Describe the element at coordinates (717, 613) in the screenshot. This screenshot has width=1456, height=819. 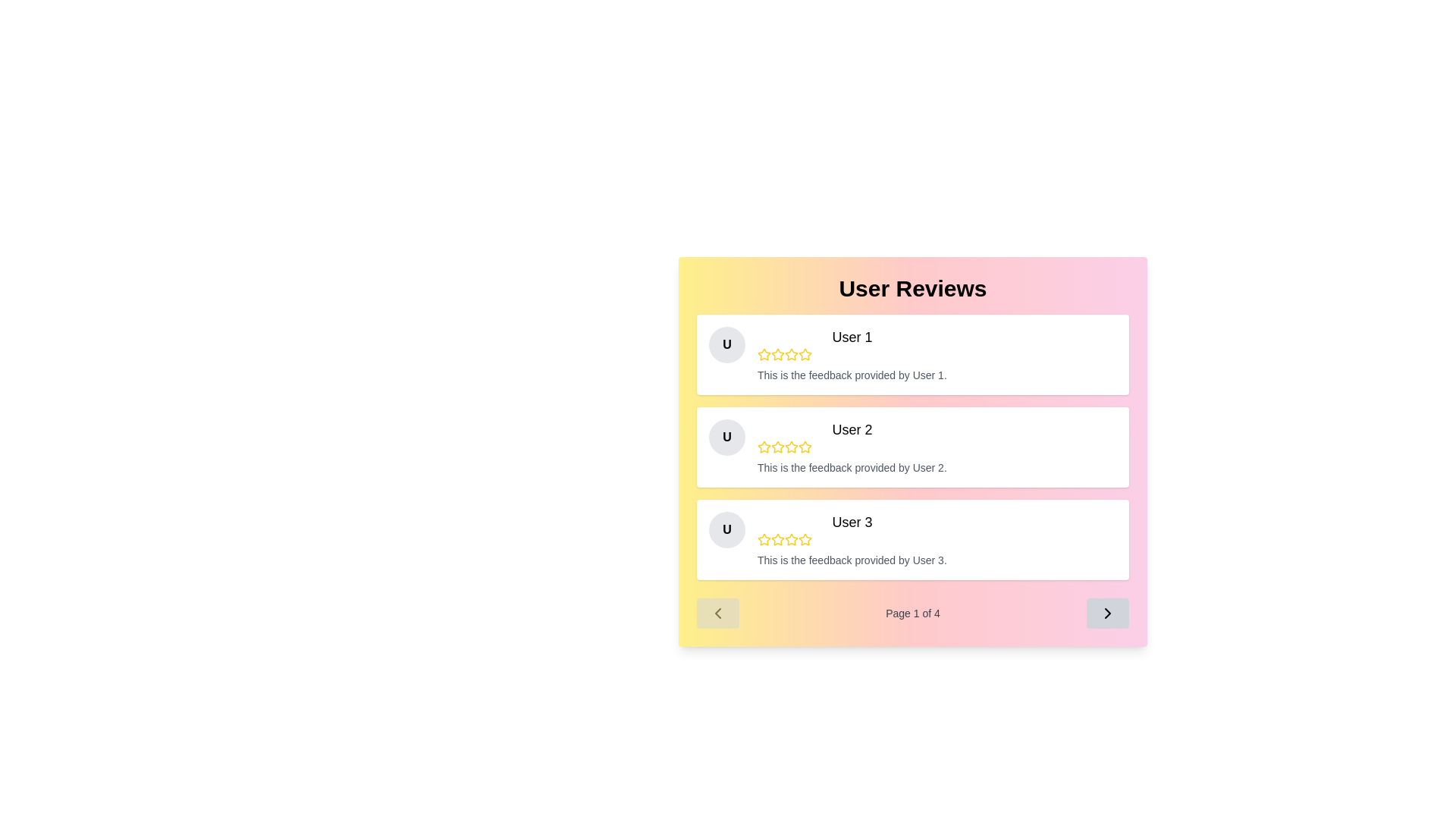
I see `the Icon button (chevron left) located at the bottom-left section of the user reviews panel` at that location.